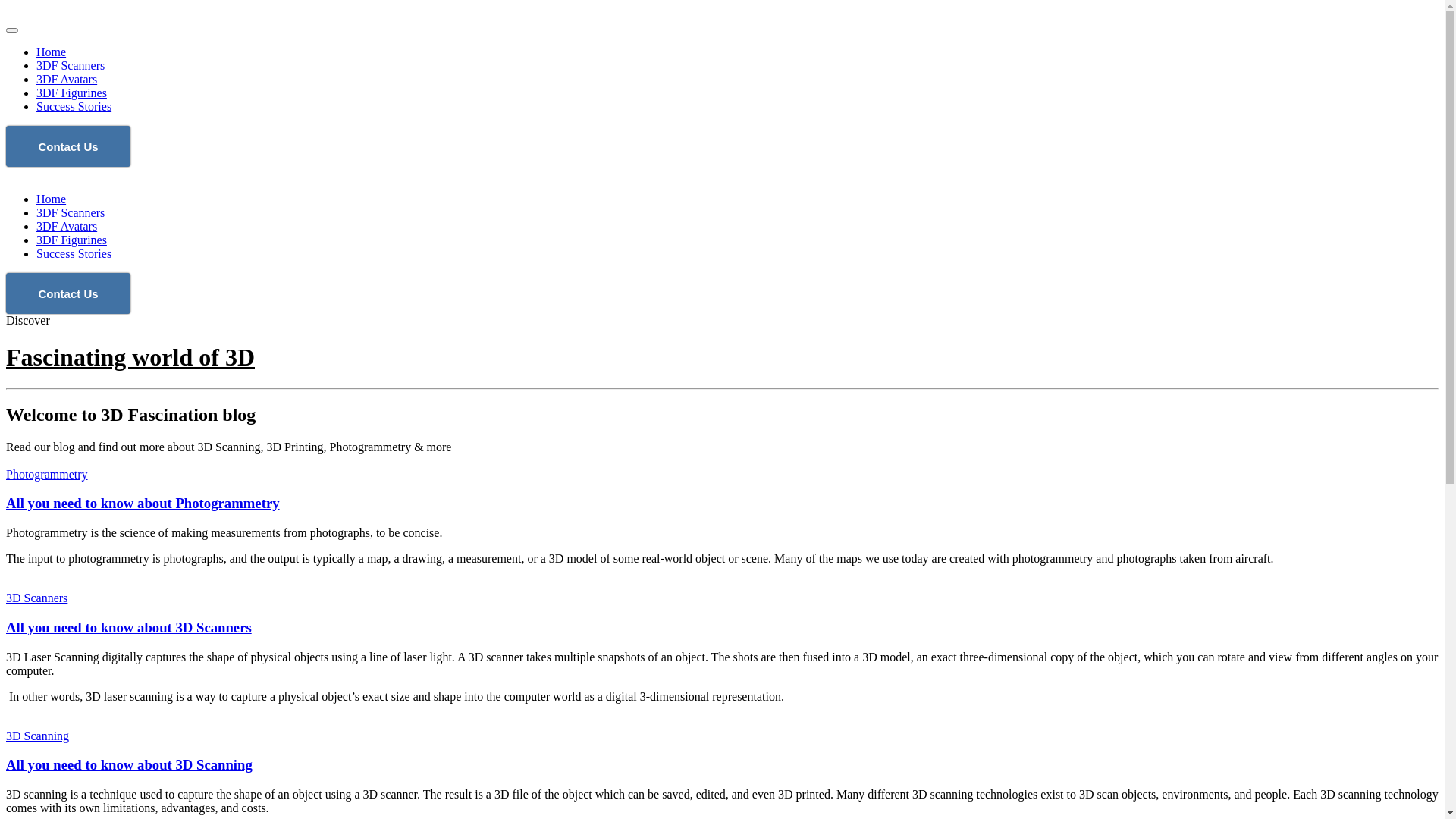 The image size is (1456, 819). What do you see at coordinates (73, 105) in the screenshot?
I see `'Success Stories'` at bounding box center [73, 105].